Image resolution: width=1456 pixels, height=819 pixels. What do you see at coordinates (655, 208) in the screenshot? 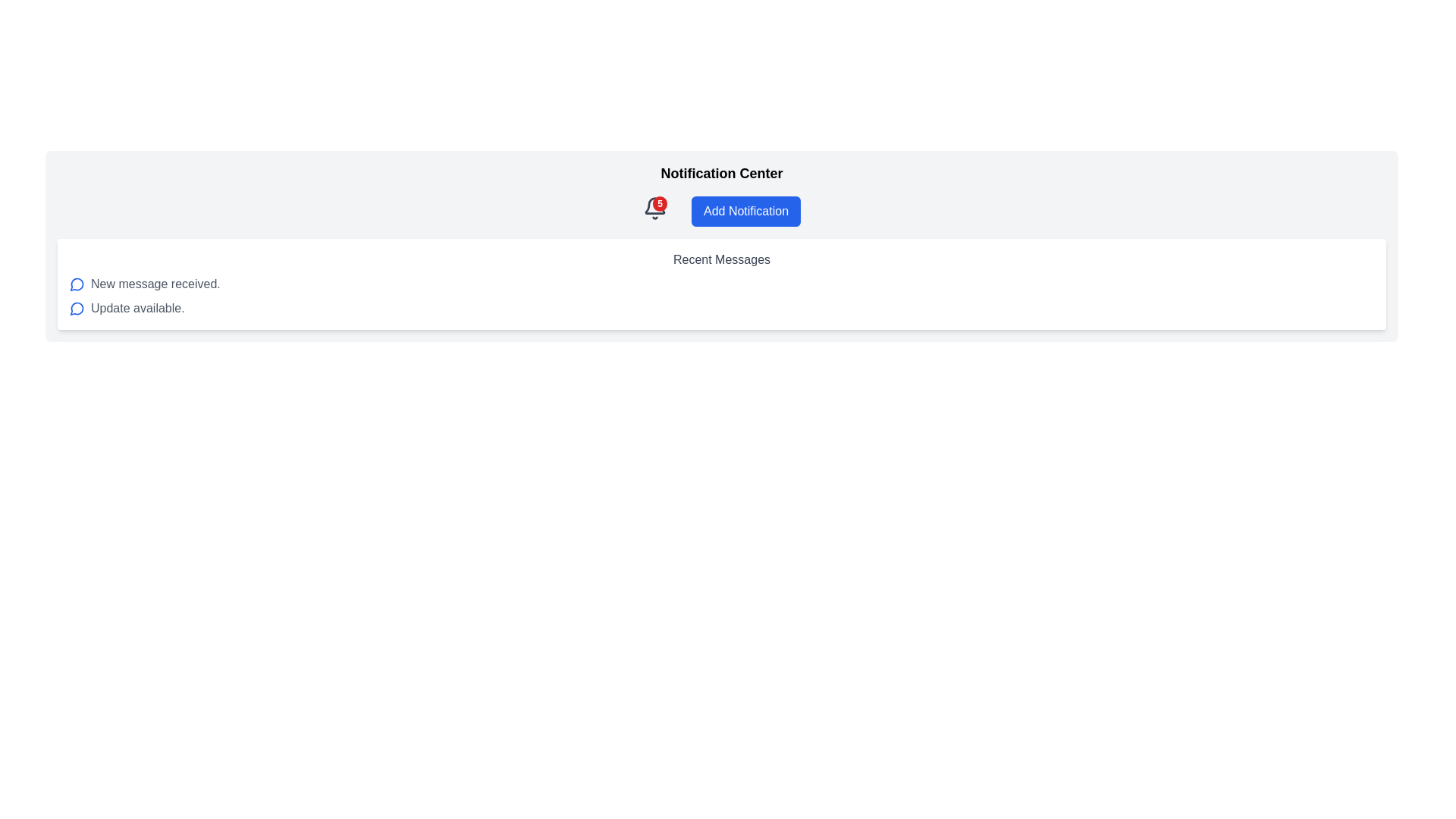
I see `the bell icon, which serves as a notification indicator` at bounding box center [655, 208].